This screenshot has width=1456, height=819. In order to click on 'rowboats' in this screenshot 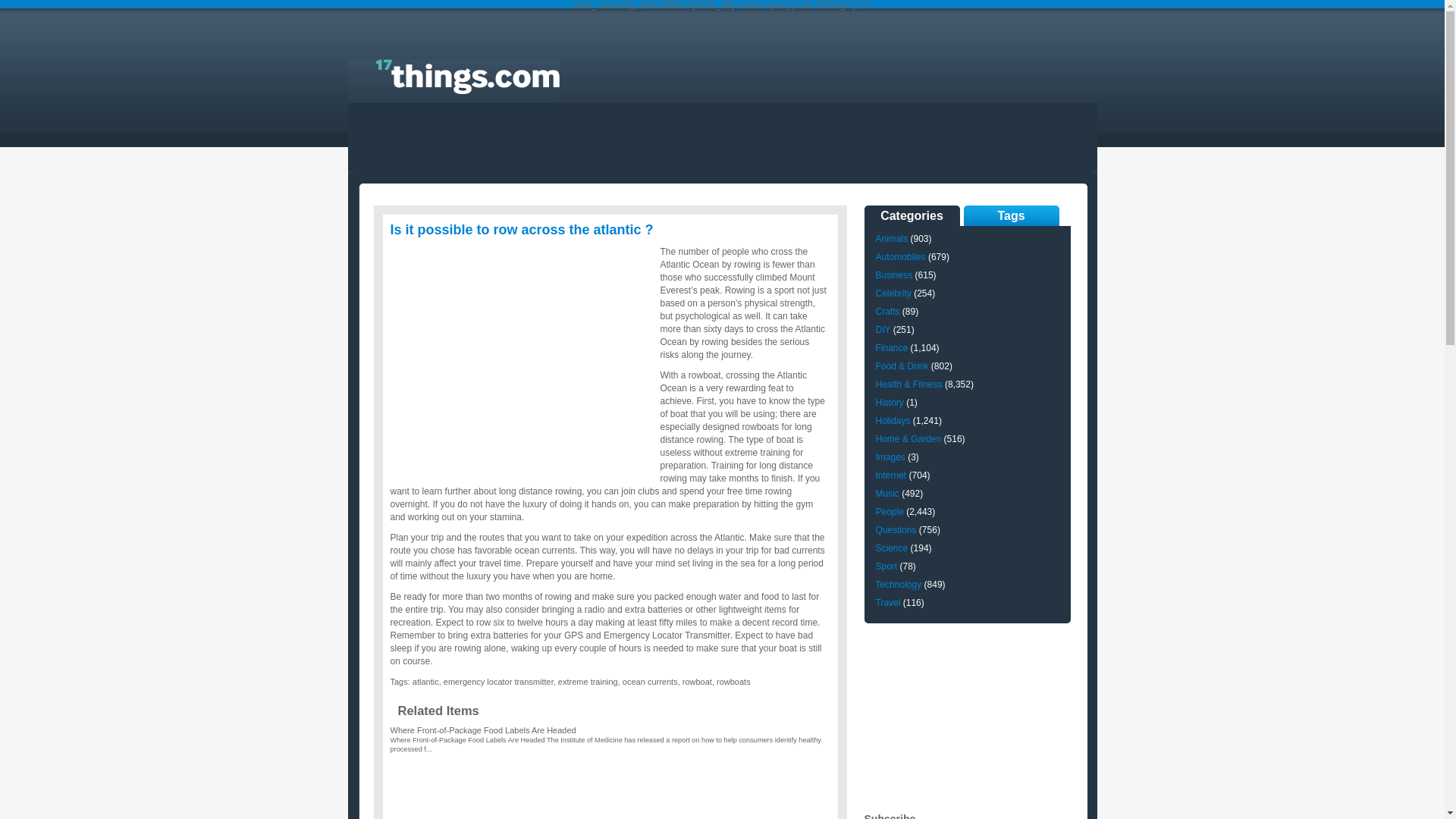, I will do `click(733, 680)`.